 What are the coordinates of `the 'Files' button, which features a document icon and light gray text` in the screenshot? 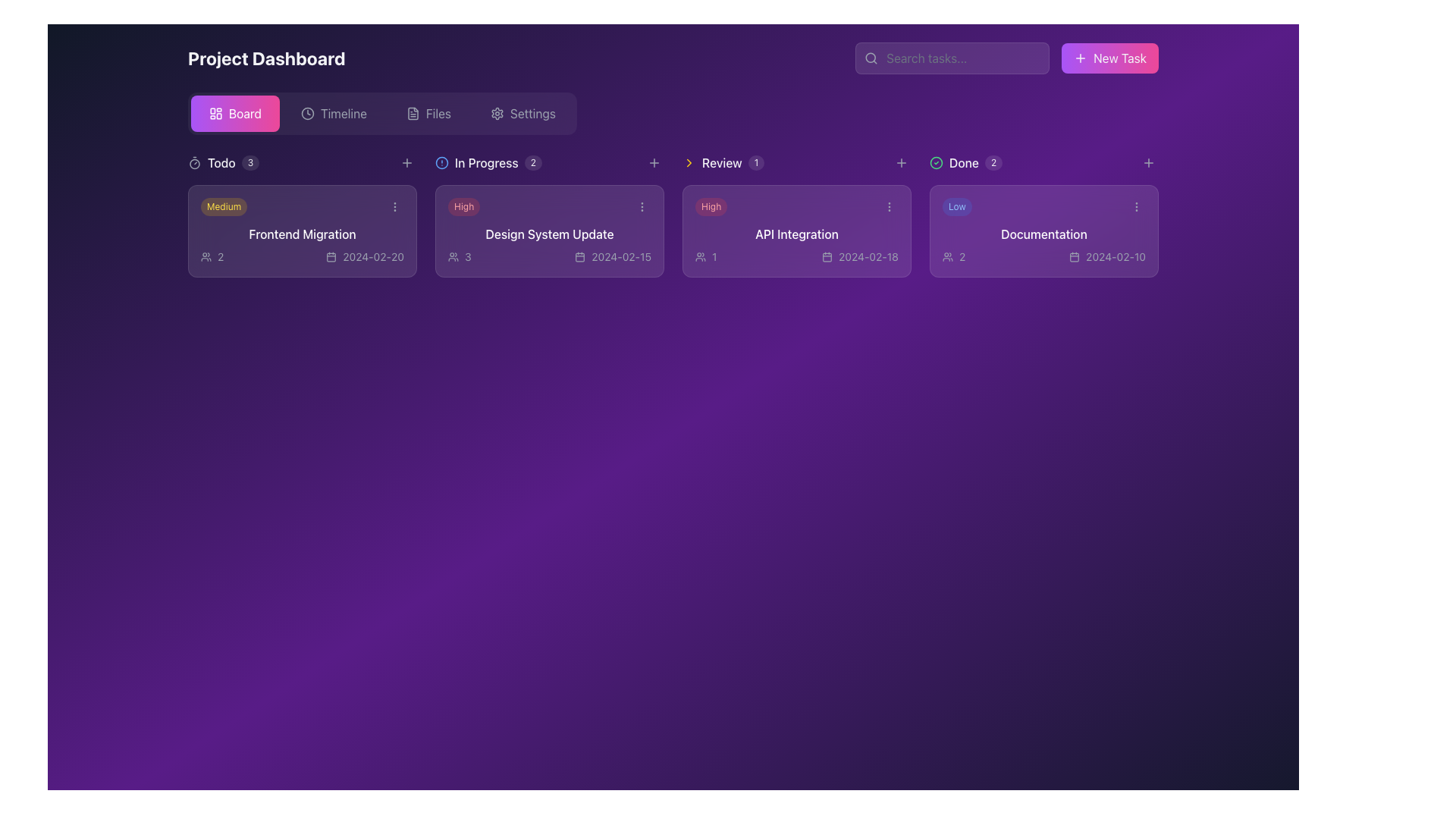 It's located at (428, 113).